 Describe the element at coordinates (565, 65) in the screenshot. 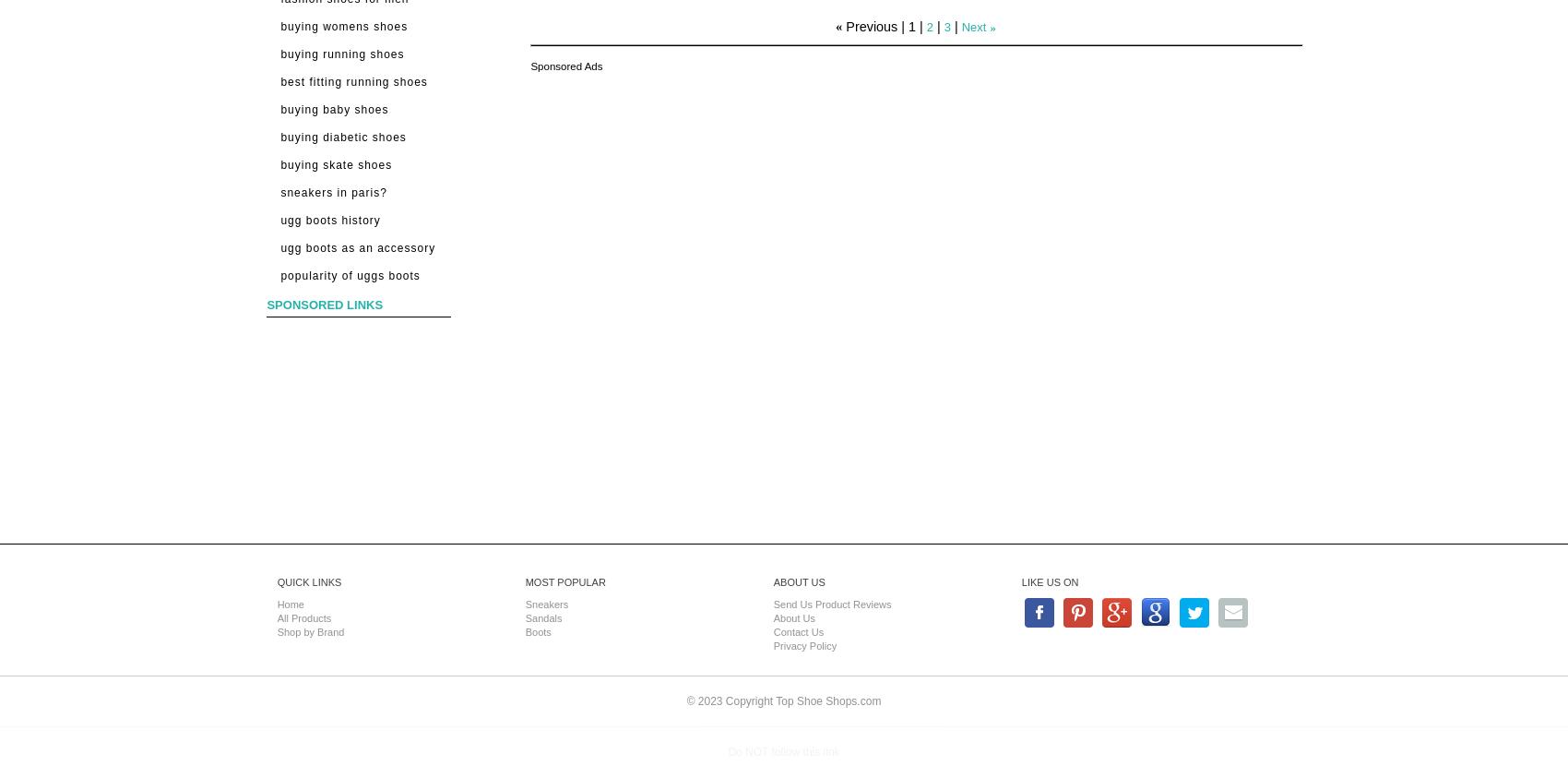

I see `'Sponsored Ads'` at that location.